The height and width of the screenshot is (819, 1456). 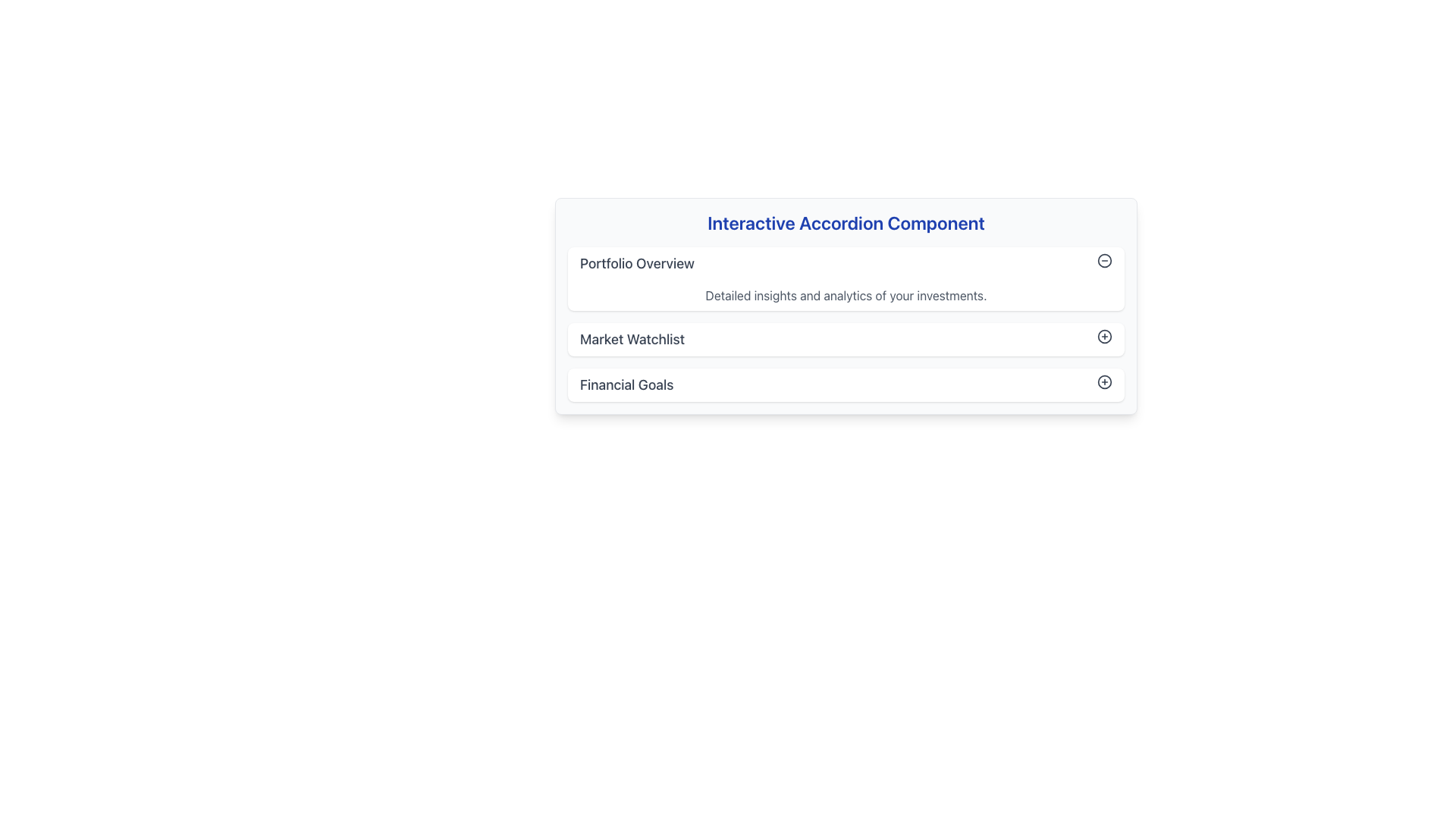 What do you see at coordinates (1105, 335) in the screenshot?
I see `the circular shape that forms the outer boundary of the 'plus' icon, which is part of the interactive controls aligned to the right of the 'Market Watchlist' label` at bounding box center [1105, 335].